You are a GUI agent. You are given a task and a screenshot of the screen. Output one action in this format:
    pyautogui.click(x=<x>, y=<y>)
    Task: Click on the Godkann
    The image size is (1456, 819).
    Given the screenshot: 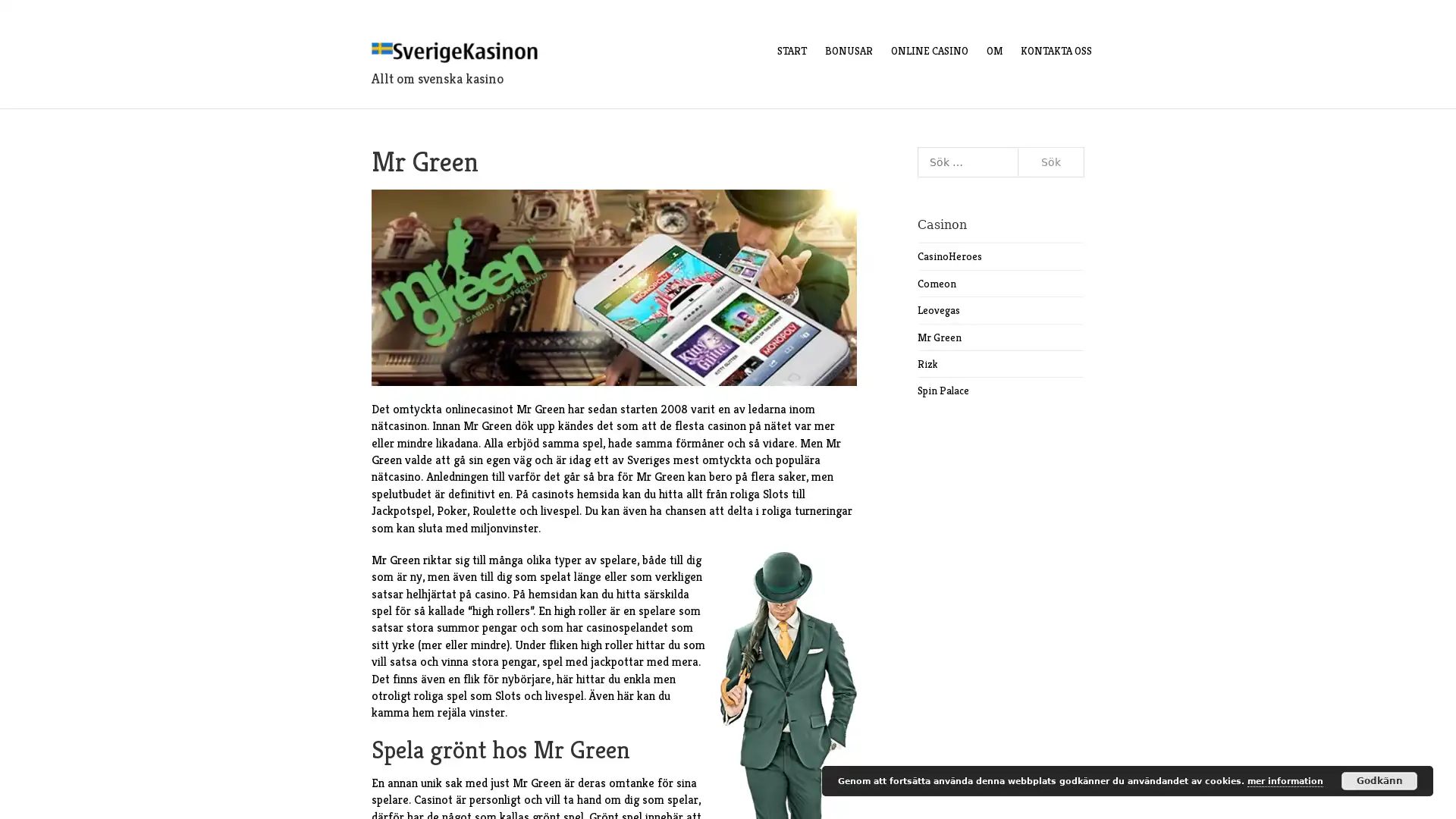 What is the action you would take?
    pyautogui.click(x=1379, y=780)
    